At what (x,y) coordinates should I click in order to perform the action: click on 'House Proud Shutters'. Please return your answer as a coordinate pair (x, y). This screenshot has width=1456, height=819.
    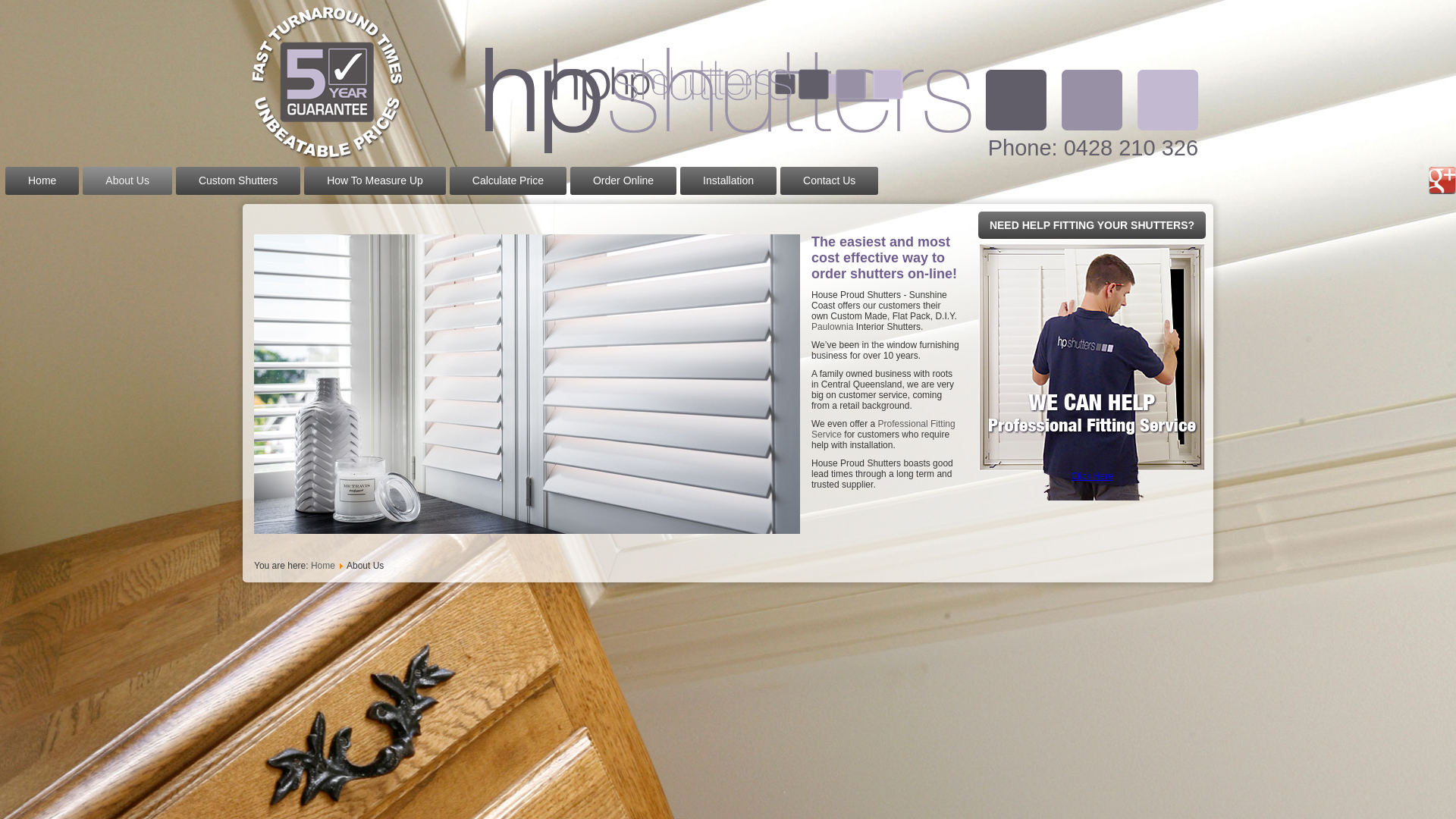
    Looking at the image, I should click on (436, 35).